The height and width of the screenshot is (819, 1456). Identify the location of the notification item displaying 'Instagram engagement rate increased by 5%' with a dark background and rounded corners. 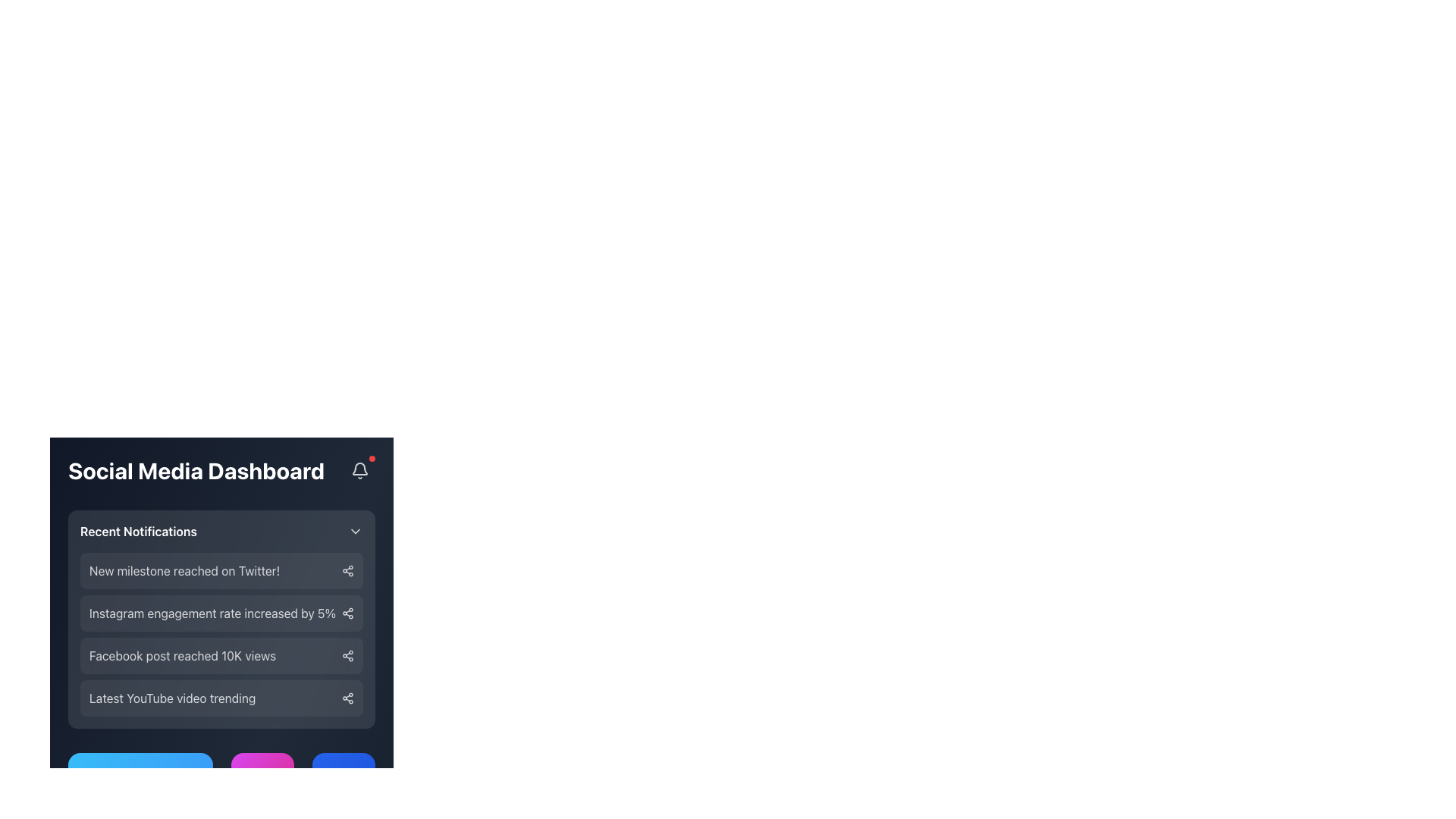
(221, 613).